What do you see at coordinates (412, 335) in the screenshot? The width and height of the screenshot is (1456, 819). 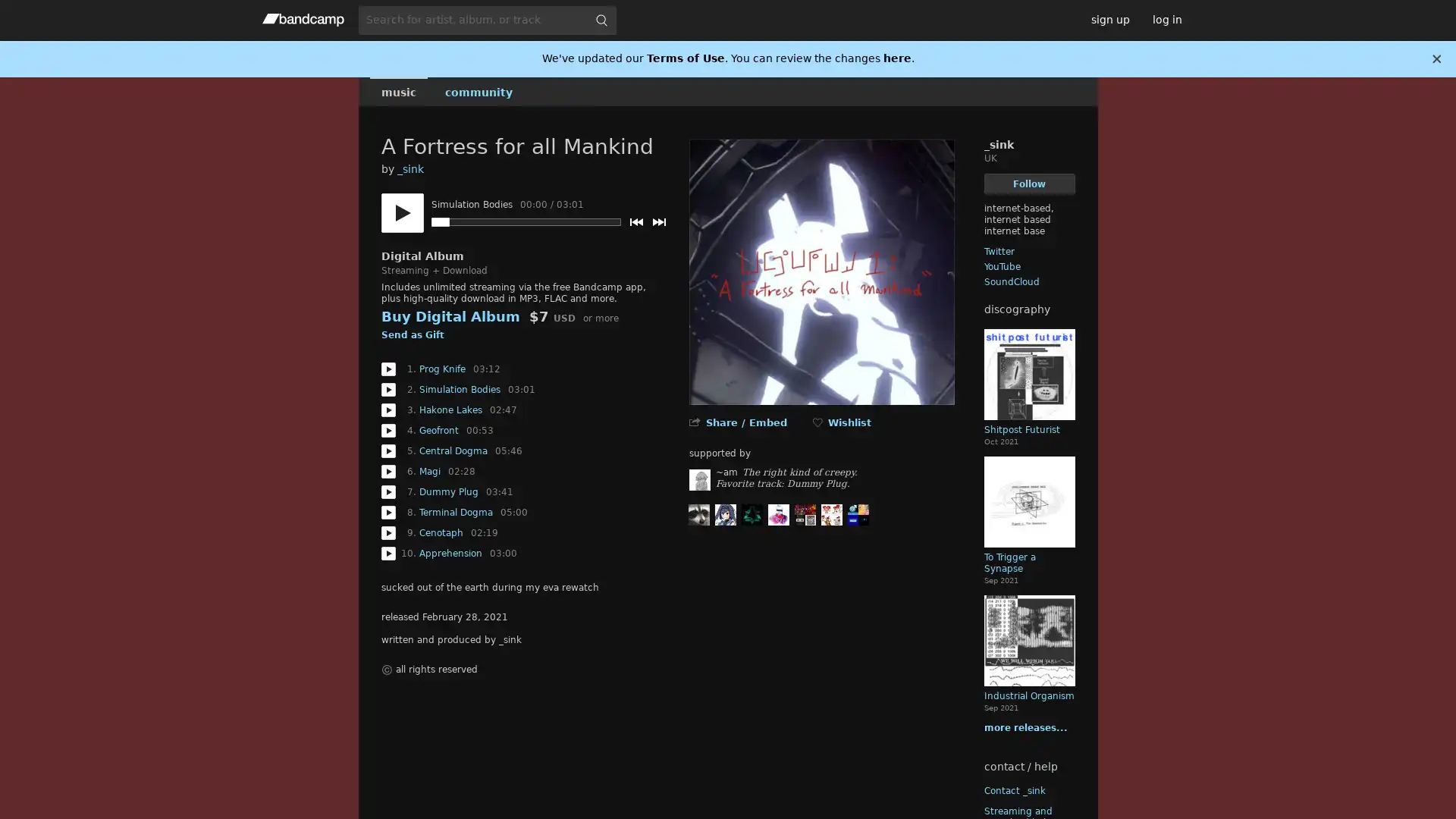 I see `Send as Gift` at bounding box center [412, 335].